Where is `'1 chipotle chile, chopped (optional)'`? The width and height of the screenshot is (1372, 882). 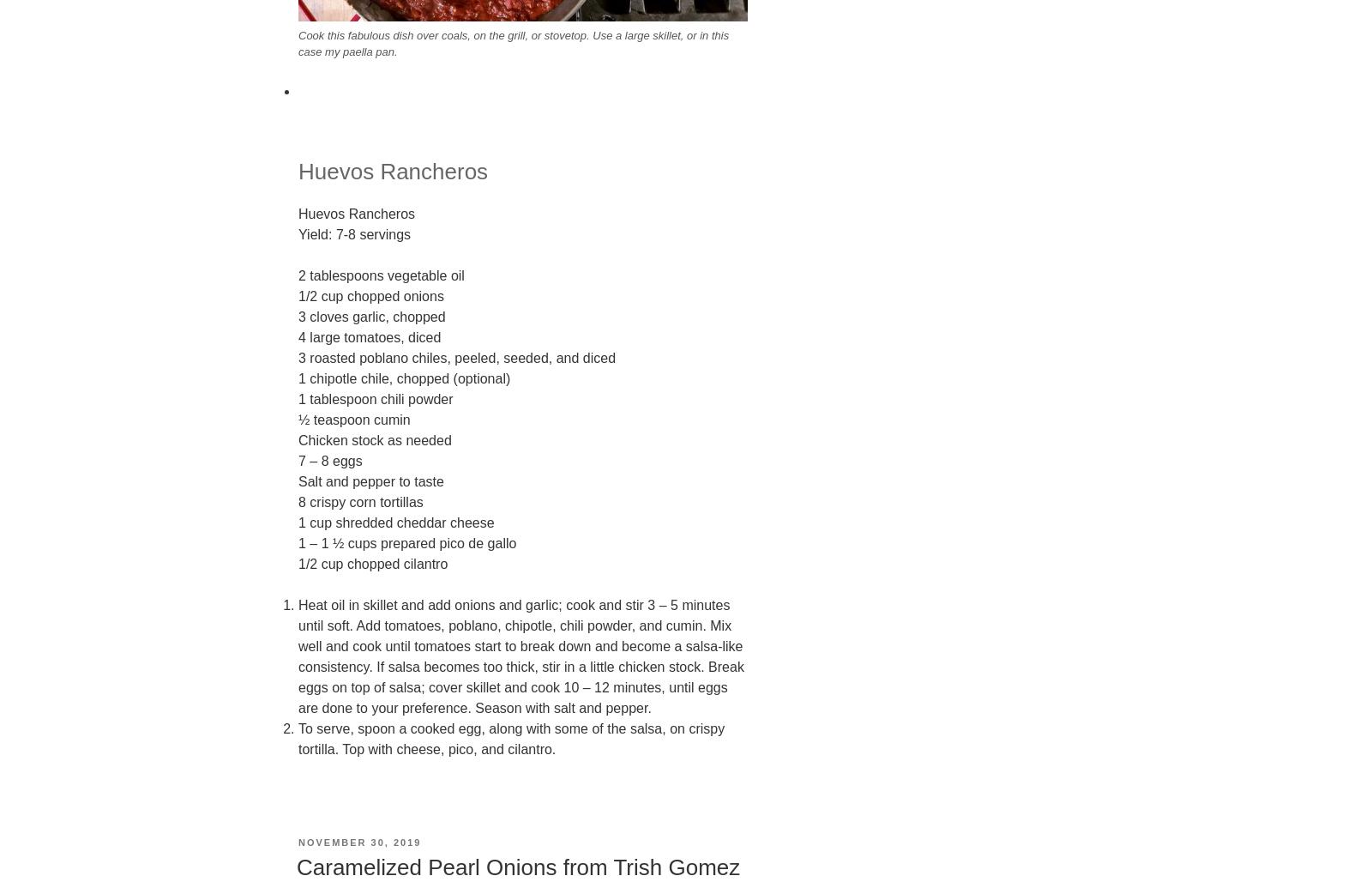
'1 chipotle chile, chopped (optional)' is located at coordinates (403, 378).